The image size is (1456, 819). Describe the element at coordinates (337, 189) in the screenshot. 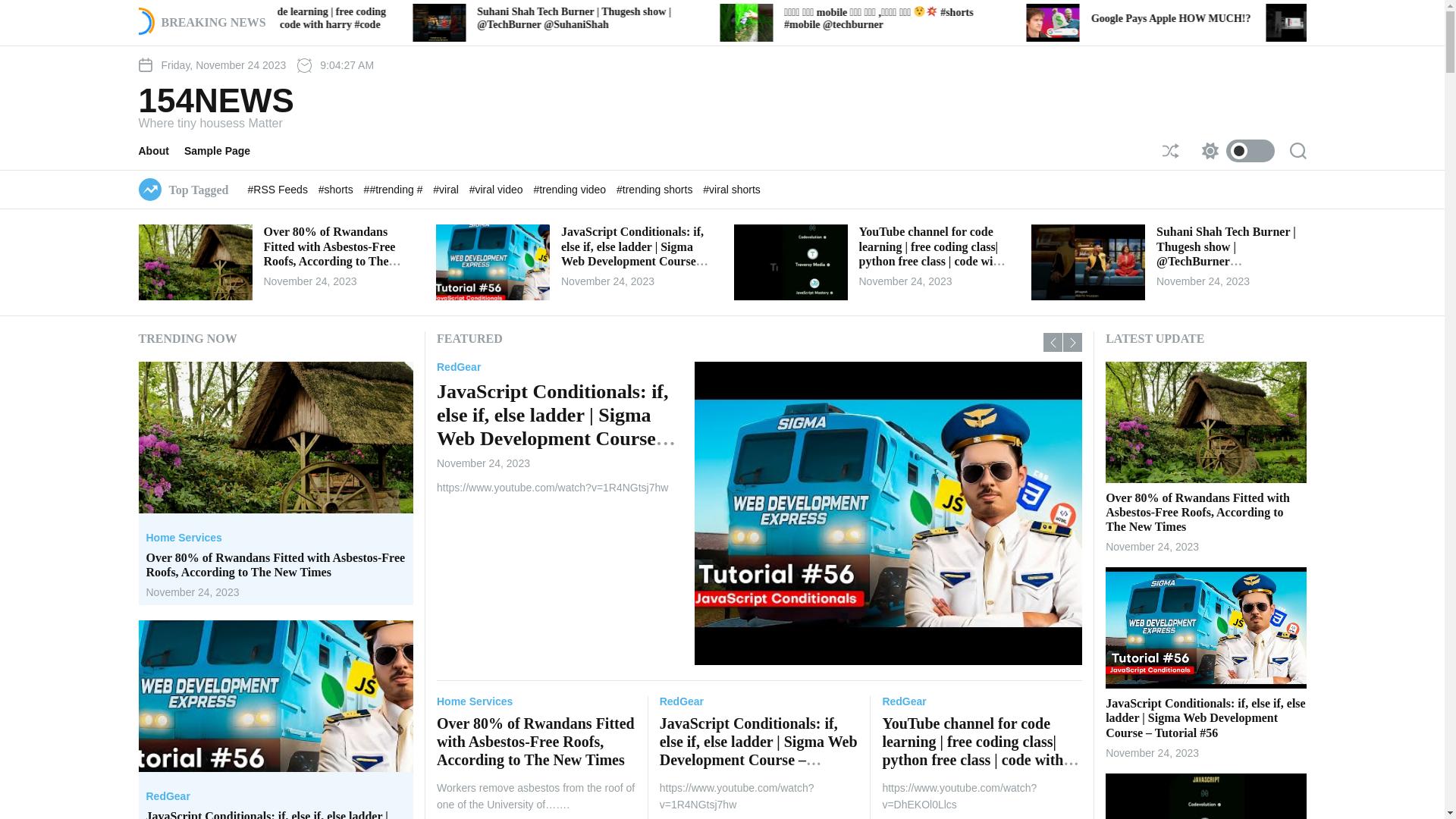

I see `'#shorts'` at that location.